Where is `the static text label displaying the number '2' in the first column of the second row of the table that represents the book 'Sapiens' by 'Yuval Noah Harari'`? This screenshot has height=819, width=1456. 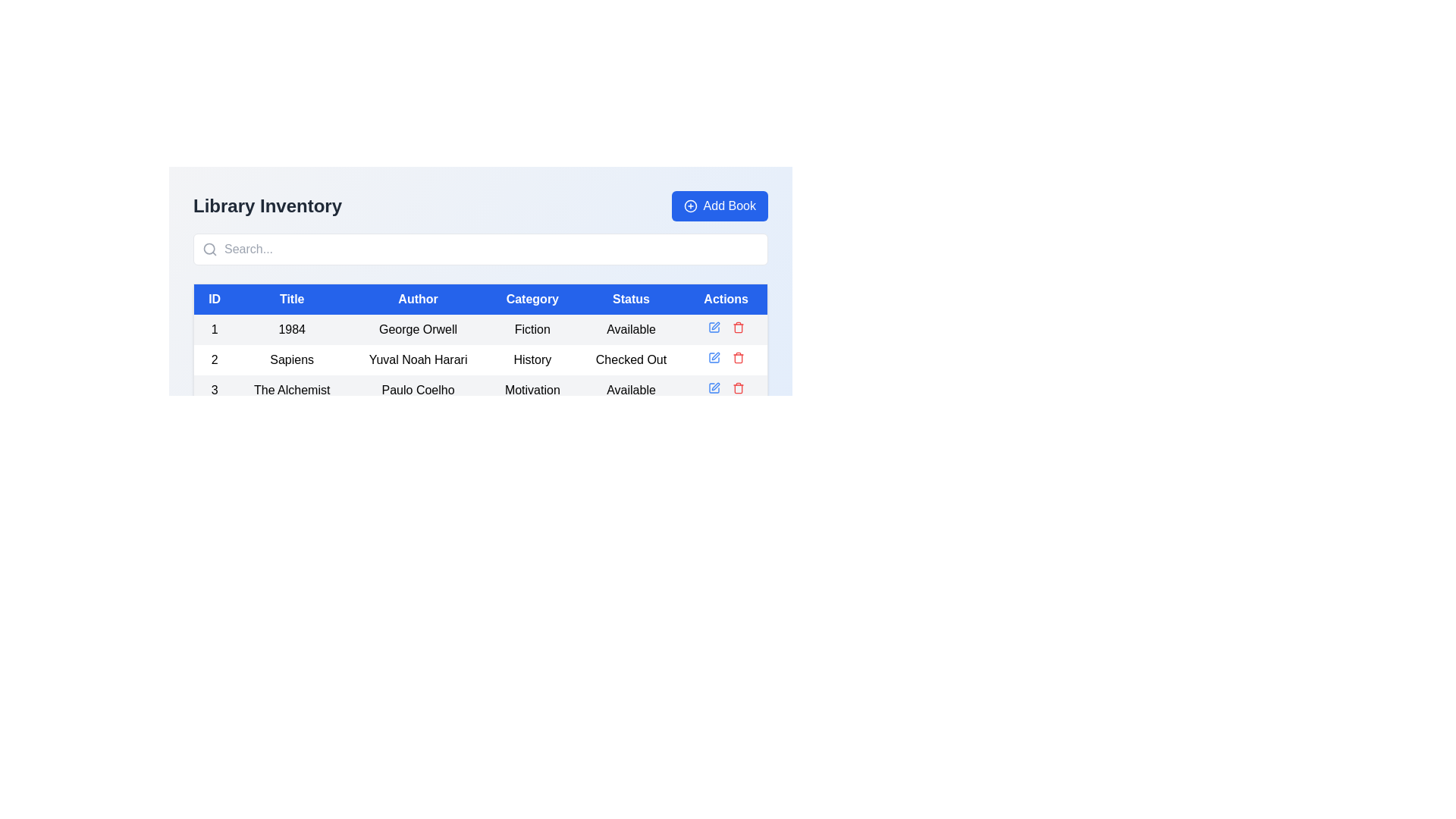
the static text label displaying the number '2' in the first column of the second row of the table that represents the book 'Sapiens' by 'Yuval Noah Harari' is located at coordinates (213, 359).